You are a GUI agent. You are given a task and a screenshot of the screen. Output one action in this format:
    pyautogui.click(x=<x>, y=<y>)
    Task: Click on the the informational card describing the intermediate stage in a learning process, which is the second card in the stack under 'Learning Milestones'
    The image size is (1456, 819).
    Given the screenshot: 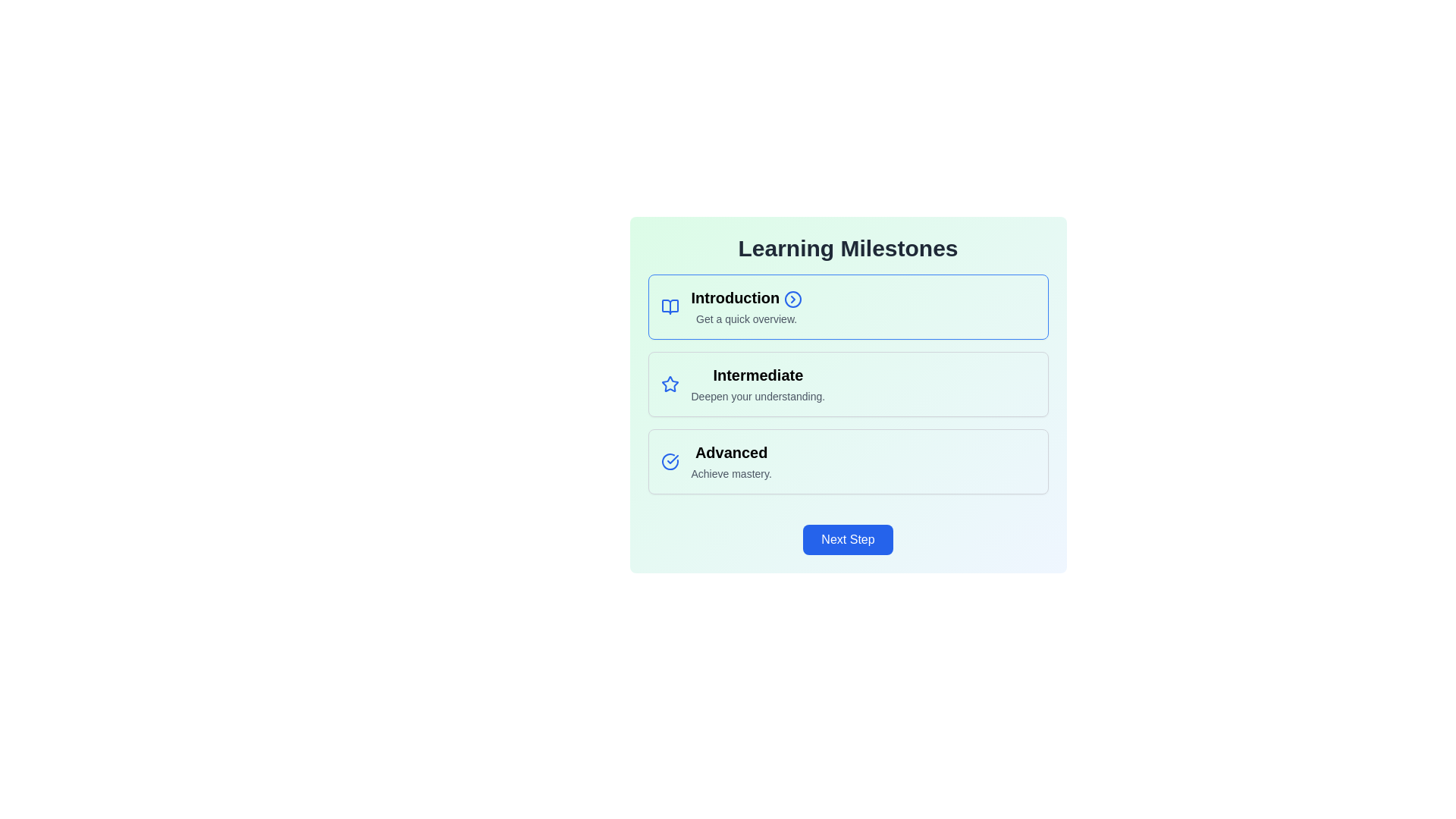 What is the action you would take?
    pyautogui.click(x=847, y=394)
    